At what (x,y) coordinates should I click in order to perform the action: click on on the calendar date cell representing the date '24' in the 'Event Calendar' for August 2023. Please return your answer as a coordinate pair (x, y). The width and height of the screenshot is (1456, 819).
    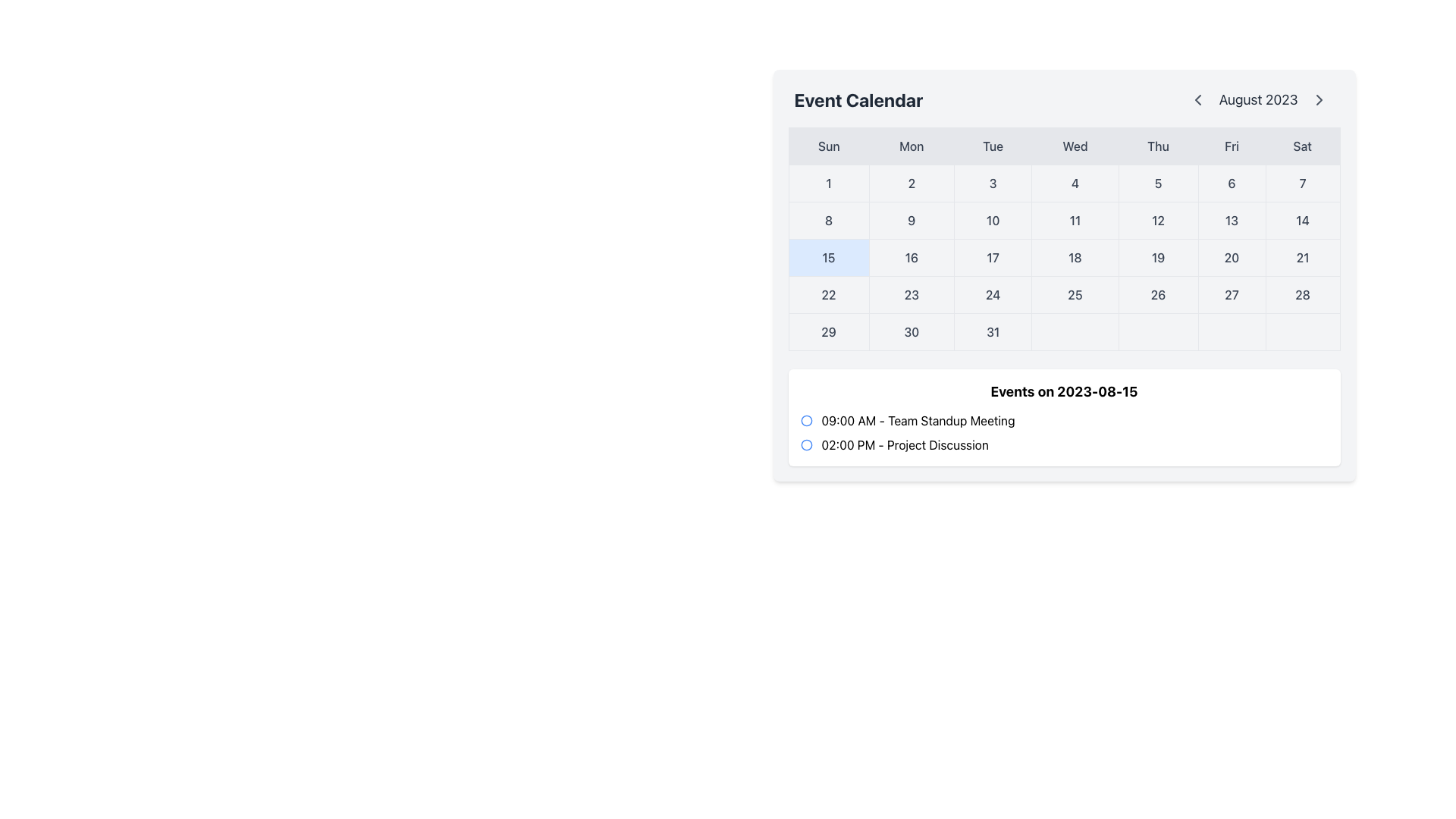
    Looking at the image, I should click on (993, 295).